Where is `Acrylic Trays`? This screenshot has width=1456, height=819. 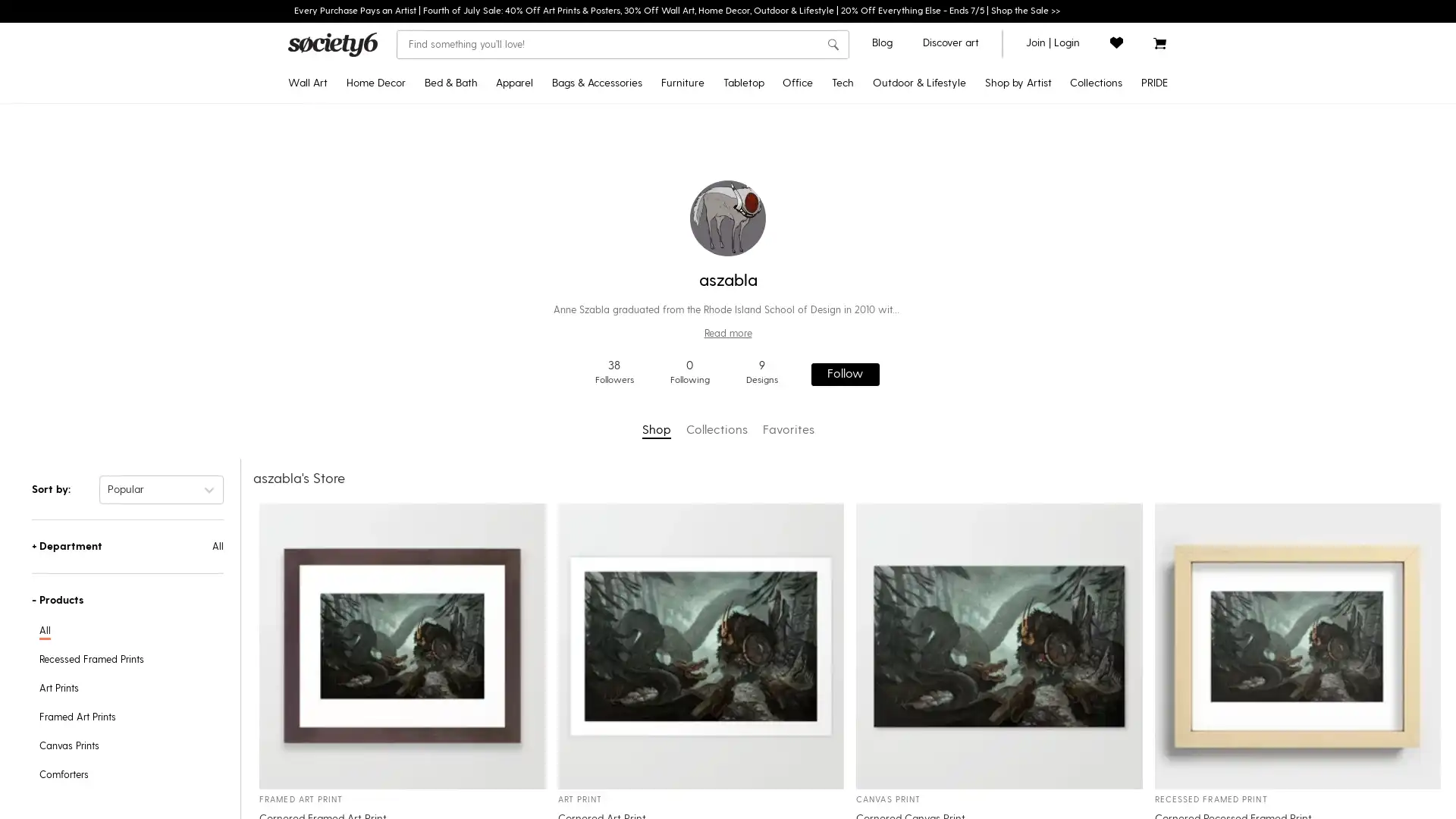
Acrylic Trays is located at coordinates (835, 219).